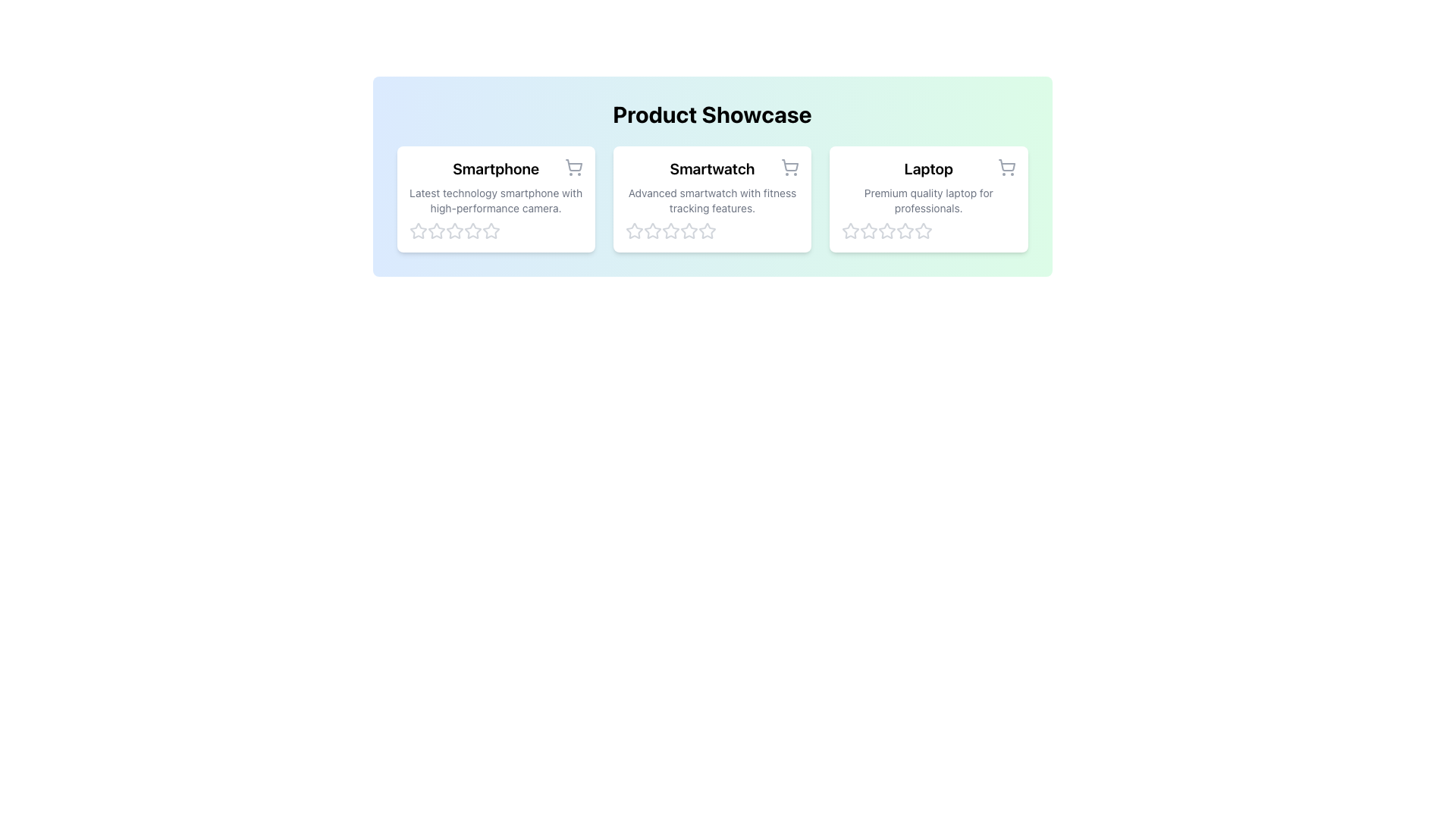 This screenshot has height=819, width=1456. What do you see at coordinates (453, 231) in the screenshot?
I see `keyboard navigation` at bounding box center [453, 231].